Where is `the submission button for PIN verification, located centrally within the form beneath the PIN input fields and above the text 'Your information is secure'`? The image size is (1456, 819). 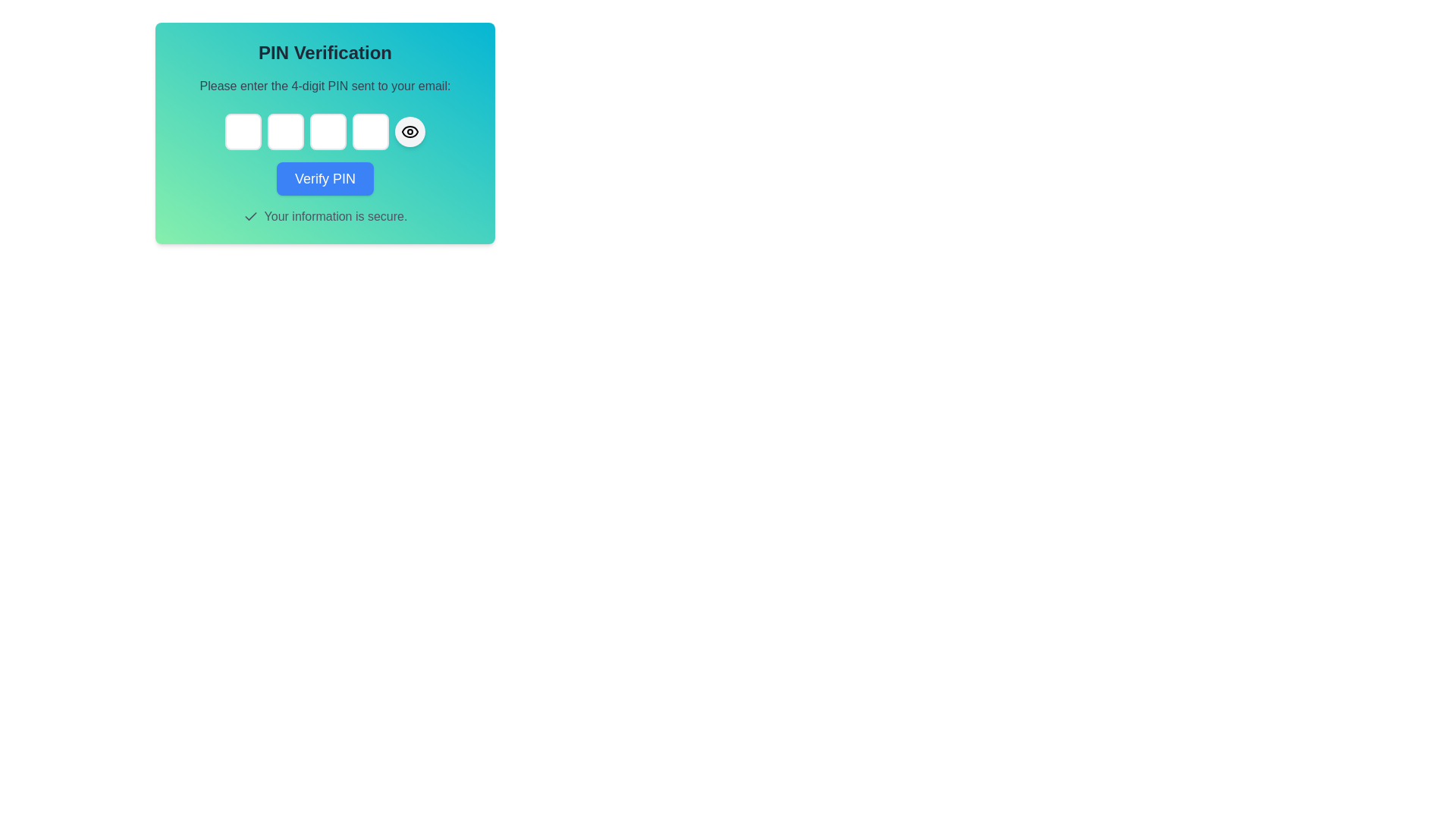
the submission button for PIN verification, located centrally within the form beneath the PIN input fields and above the text 'Your information is secure' is located at coordinates (324, 177).